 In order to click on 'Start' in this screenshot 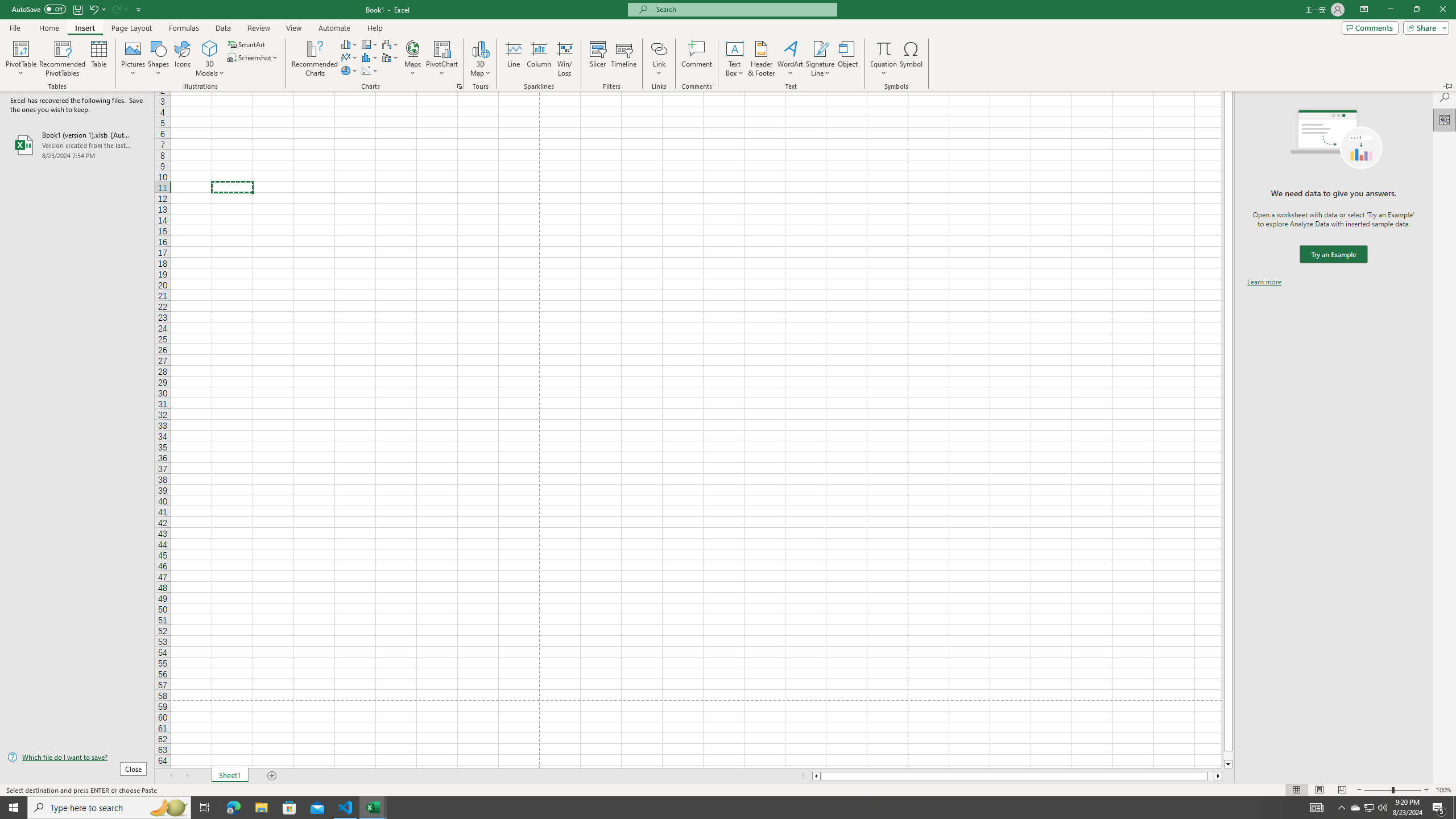, I will do `click(14, 806)`.